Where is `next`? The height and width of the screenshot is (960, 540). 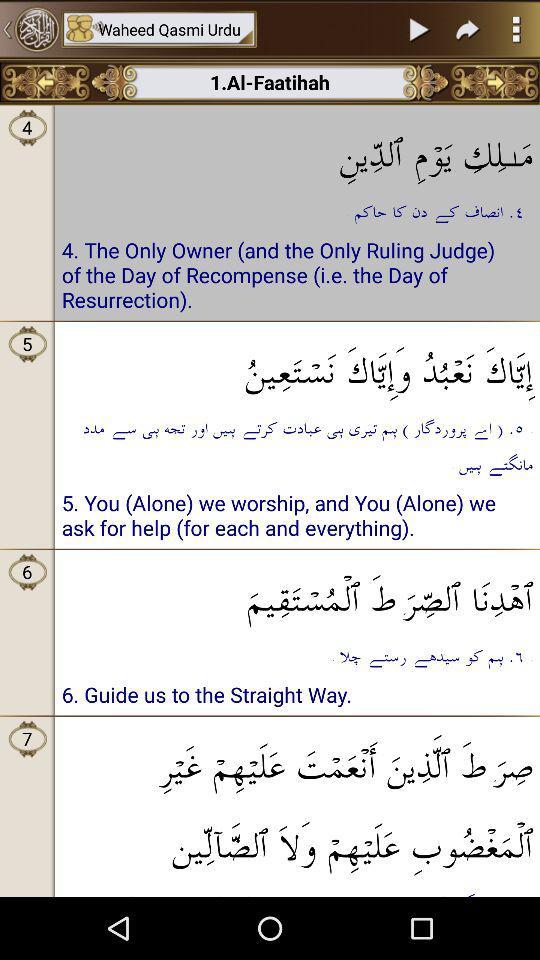
next is located at coordinates (493, 82).